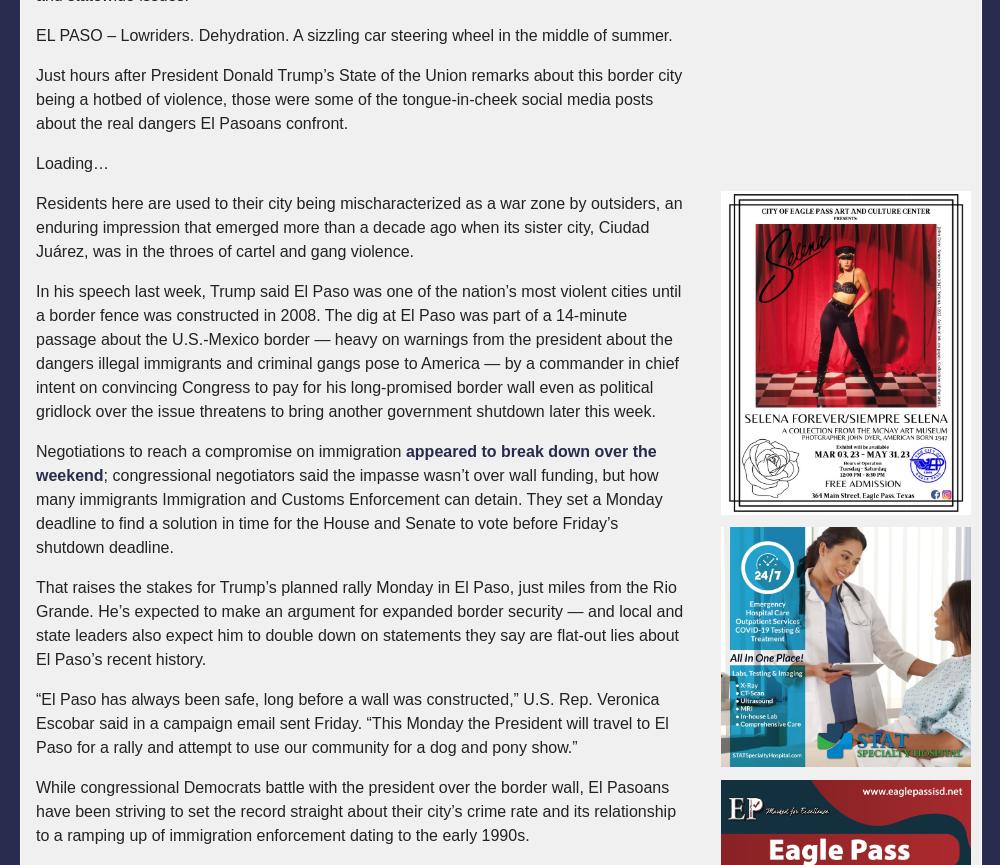  Describe the element at coordinates (358, 623) in the screenshot. I see `'That raises the stakes for Trump’s planned rally Monday in El Paso, just miles from the Rio Grande. He’s expected to make an argument for expanded border security — and local and state leaders also expect him to double down on statements they say are flat-out lies about El Paso’s recent history.'` at that location.